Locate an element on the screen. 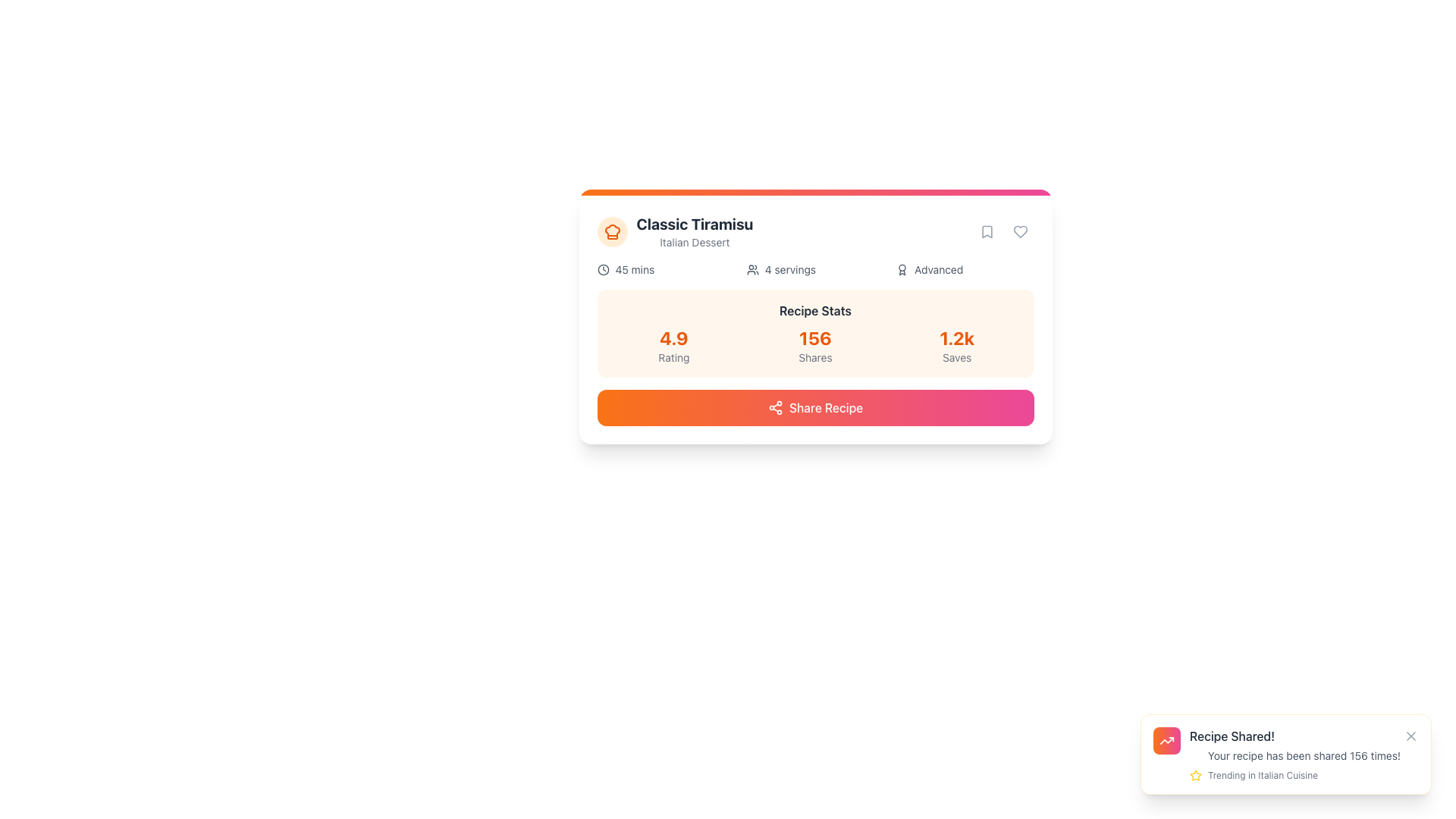 This screenshot has height=819, width=1456. the informational text display showing the number of saves for the recipe, located in the bottom-right corner of the 'Recipe Stats' section is located at coordinates (956, 345).